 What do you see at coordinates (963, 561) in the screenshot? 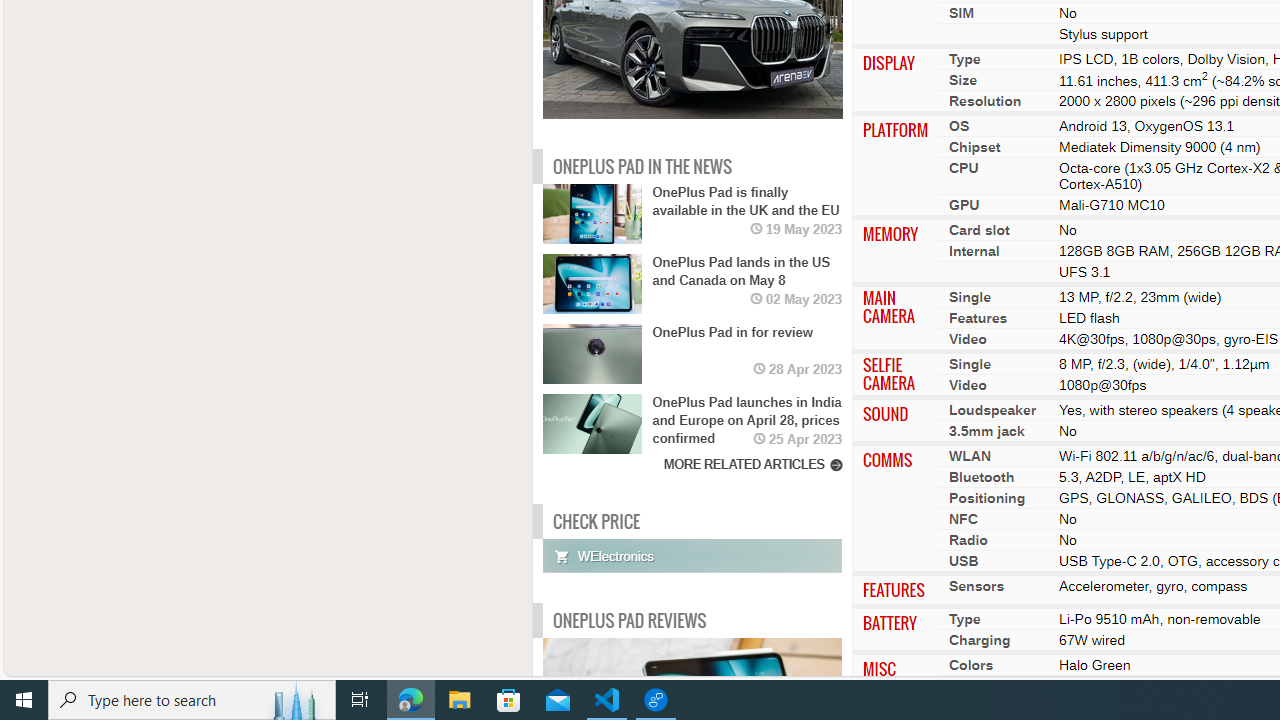
I see `'USB'` at bounding box center [963, 561].